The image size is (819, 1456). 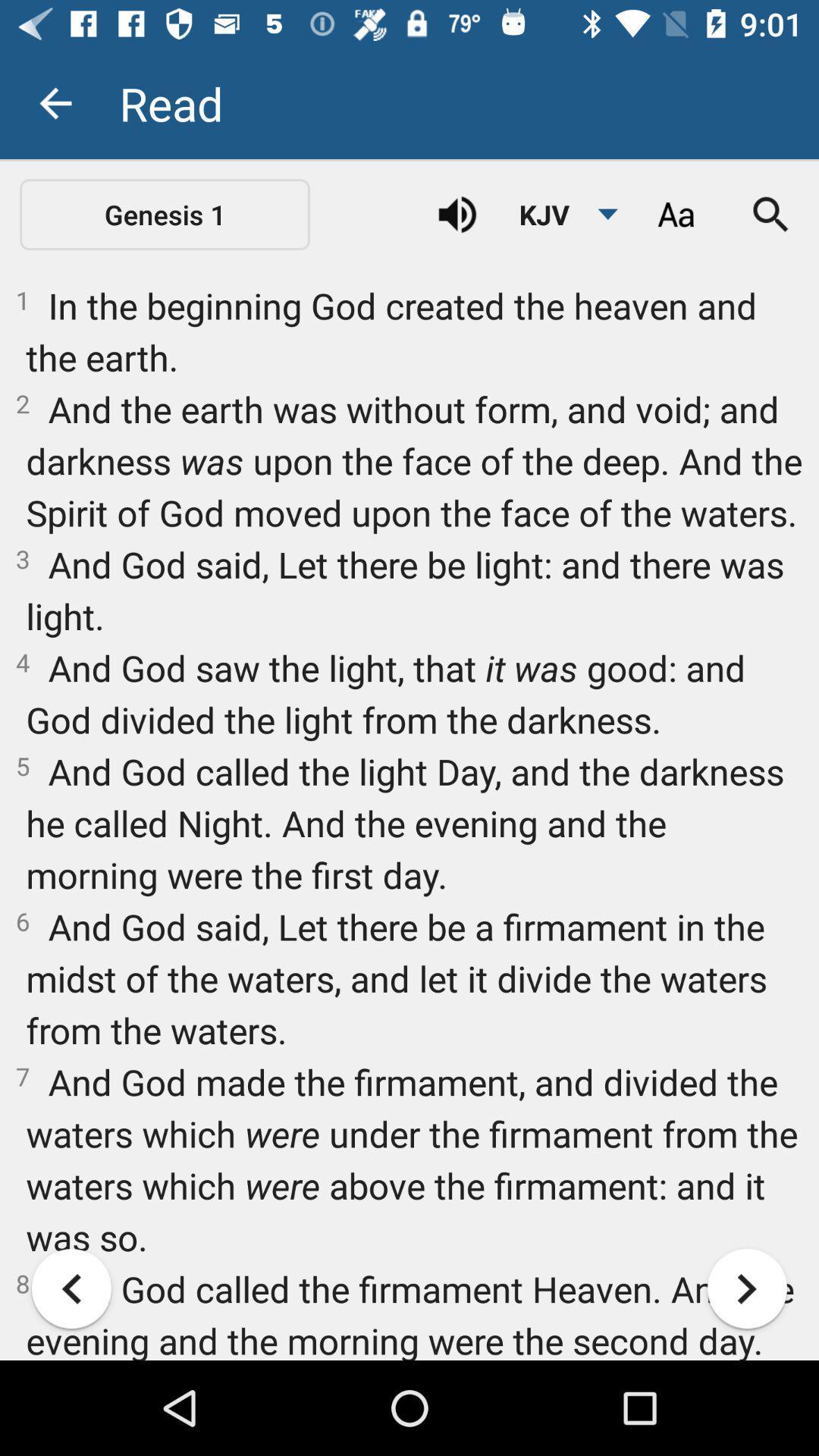 I want to click on app next to read item, so click(x=55, y=102).